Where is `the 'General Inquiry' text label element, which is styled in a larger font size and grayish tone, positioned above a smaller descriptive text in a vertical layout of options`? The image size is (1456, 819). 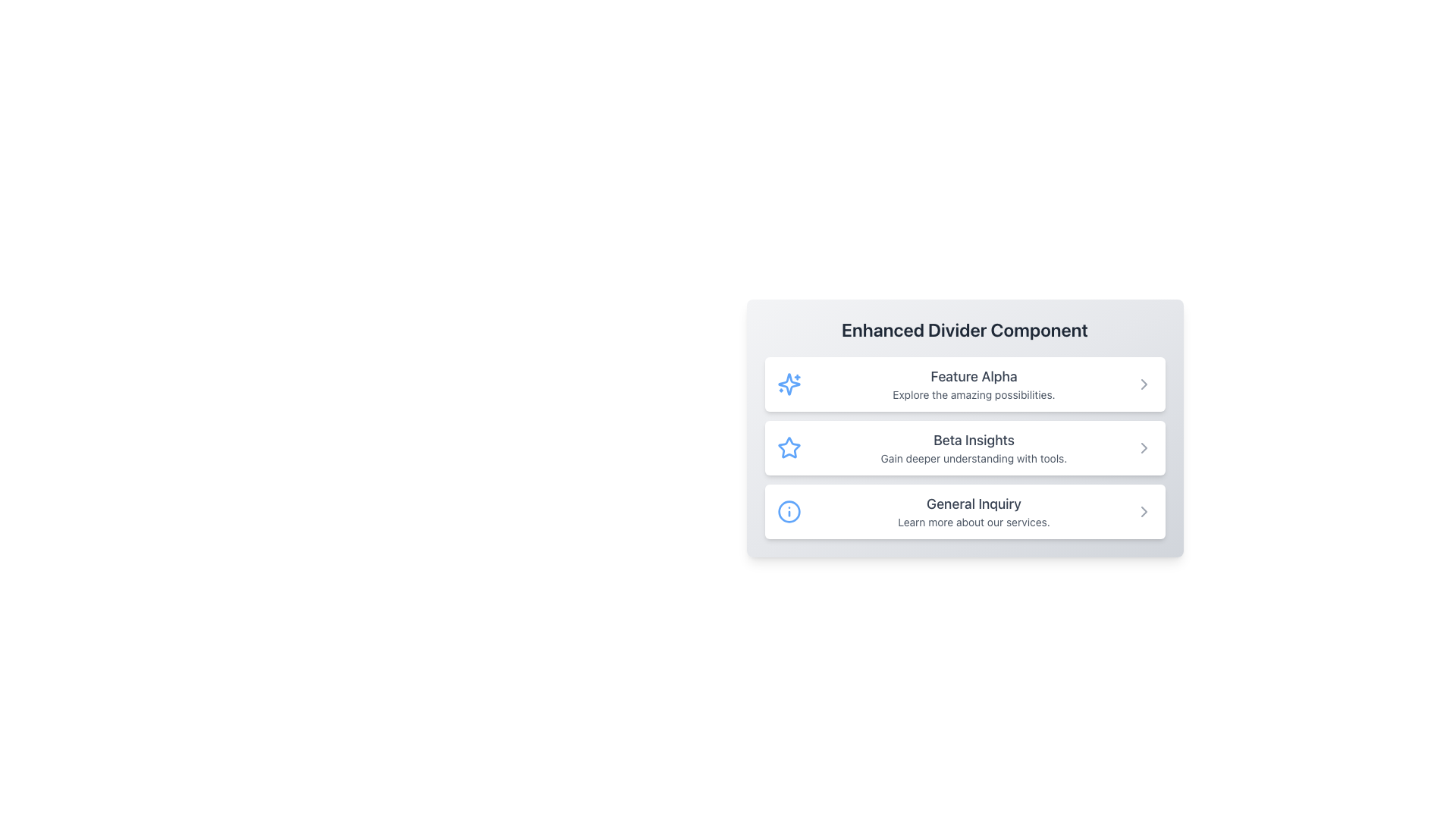
the 'General Inquiry' text label element, which is styled in a larger font size and grayish tone, positioned above a smaller descriptive text in a vertical layout of options is located at coordinates (974, 504).